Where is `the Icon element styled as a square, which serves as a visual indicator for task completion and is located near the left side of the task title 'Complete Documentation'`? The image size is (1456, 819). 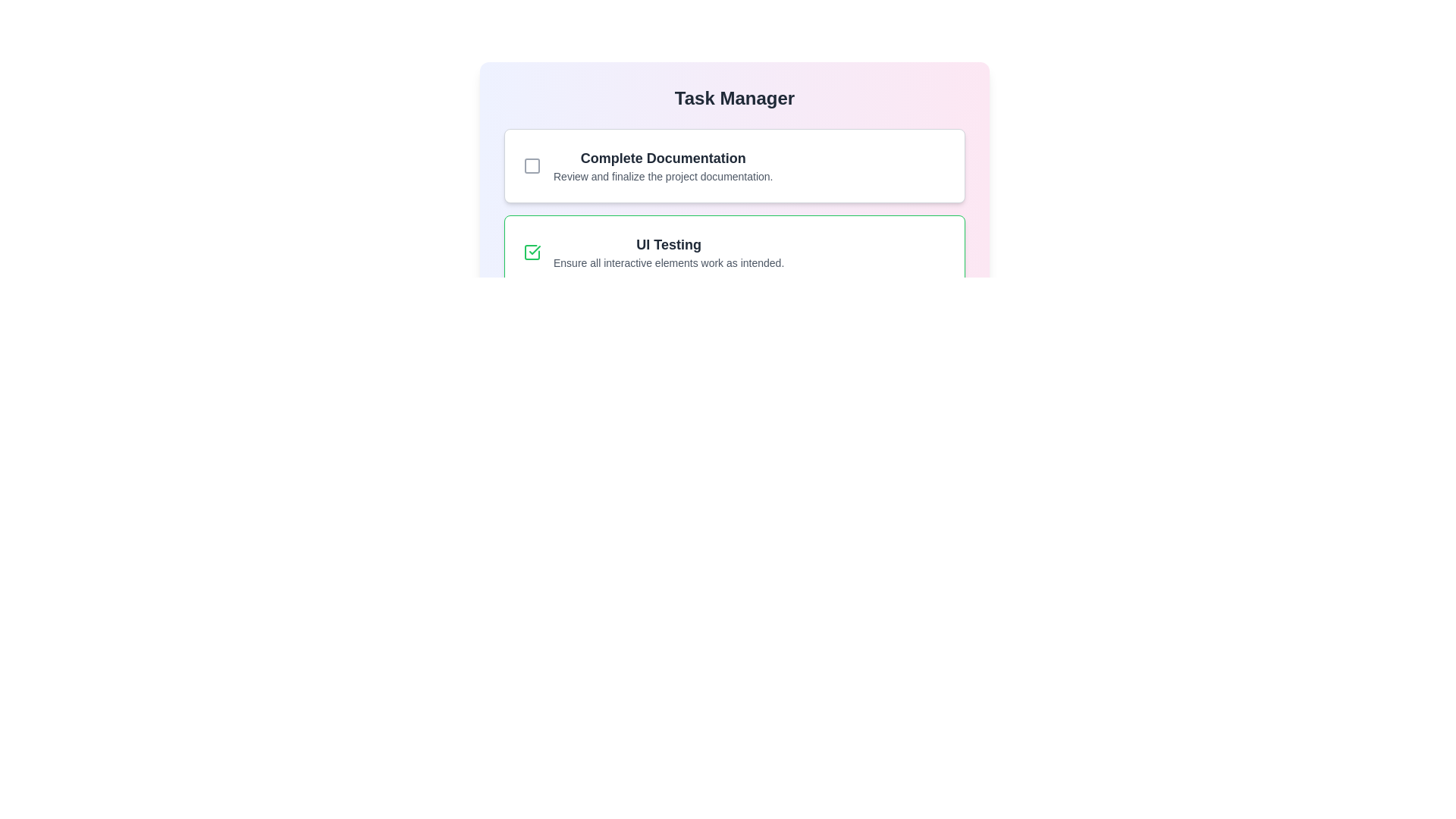 the Icon element styled as a square, which serves as a visual indicator for task completion and is located near the left side of the task title 'Complete Documentation' is located at coordinates (532, 166).